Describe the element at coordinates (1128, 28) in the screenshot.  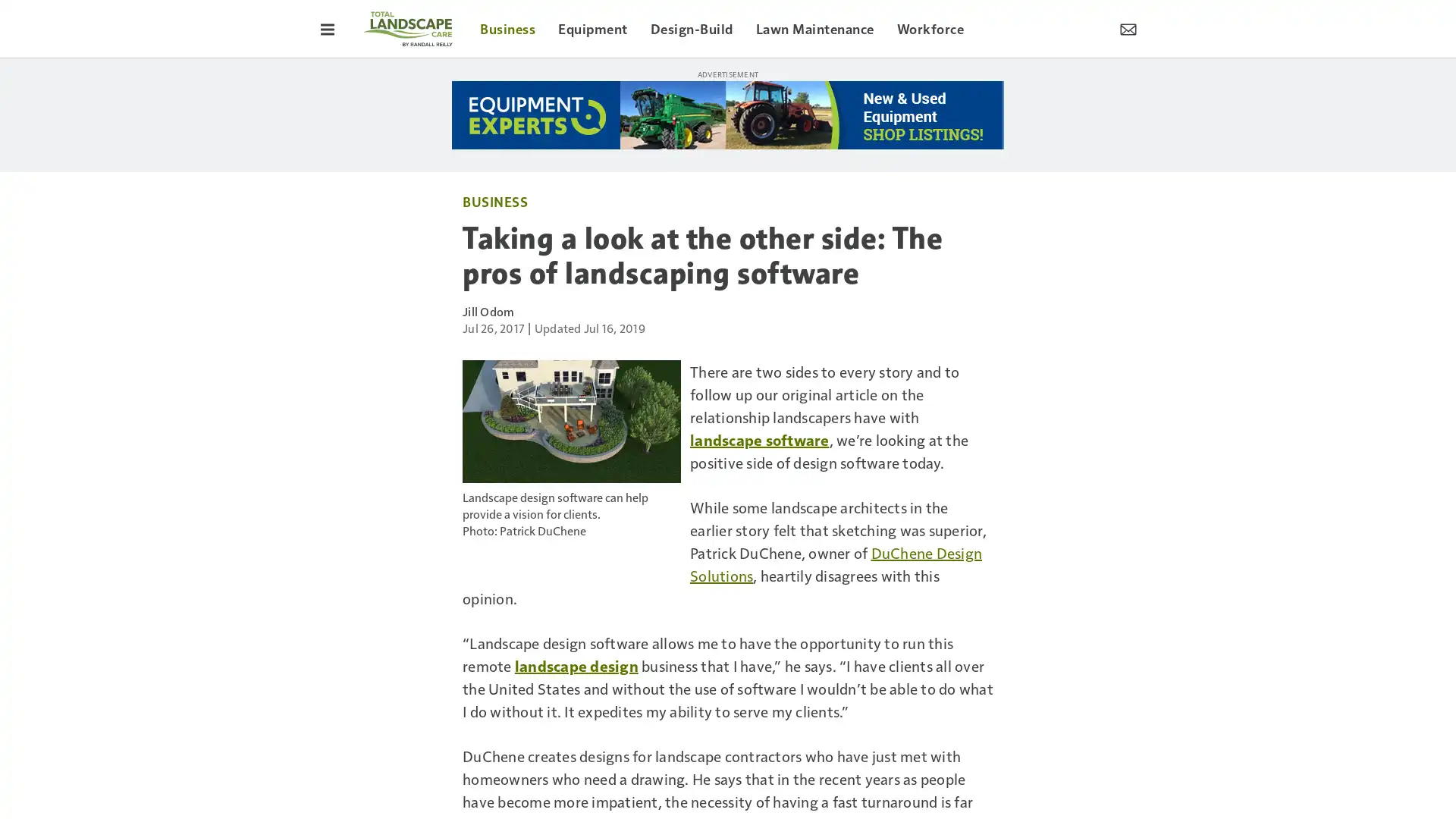
I see `Newsletter Menu Toggle` at that location.